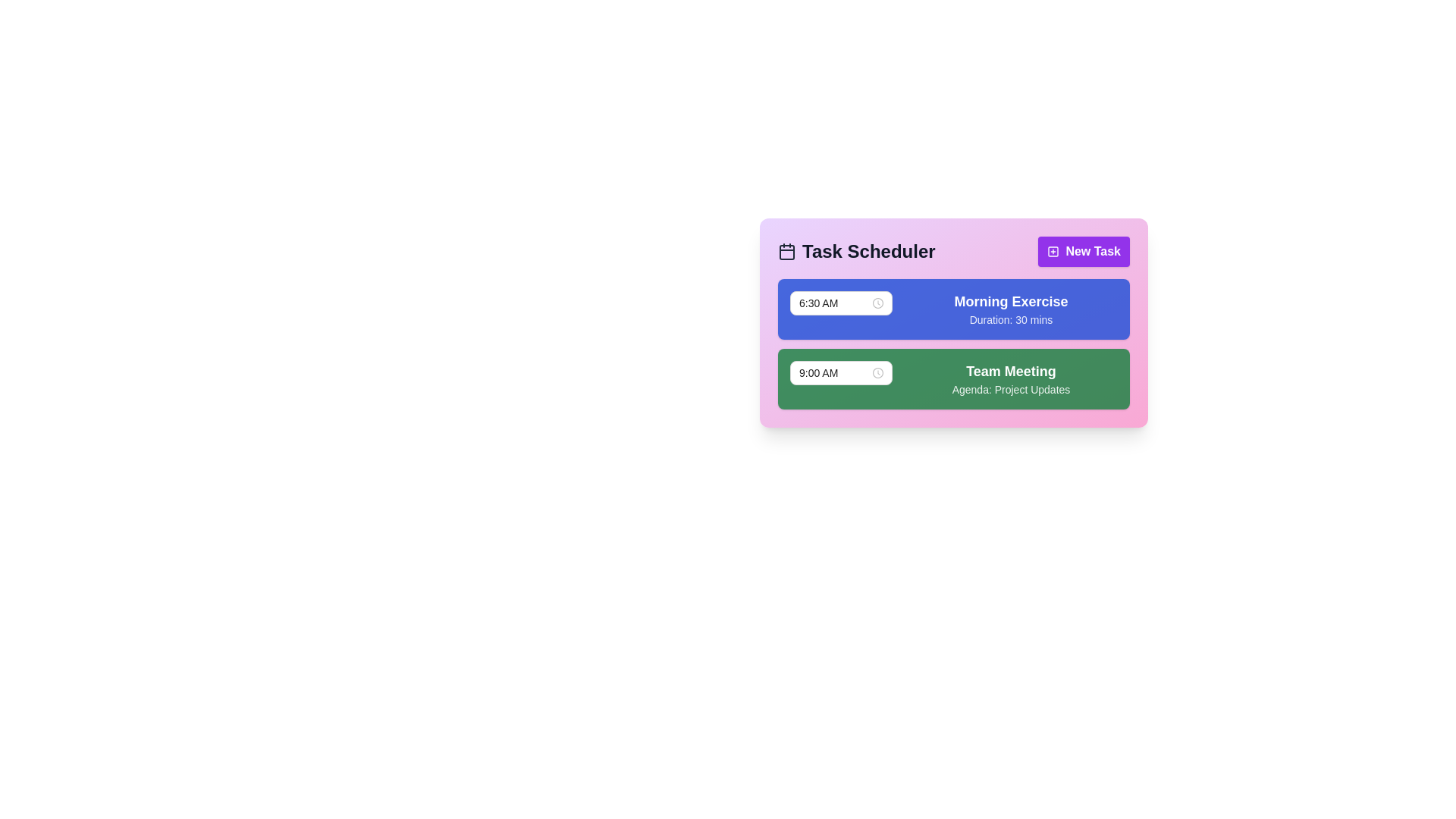  Describe the element at coordinates (952, 322) in the screenshot. I see `the 'Morning Exercise' and 'Team Meeting' sections of the vibrant panel` at that location.